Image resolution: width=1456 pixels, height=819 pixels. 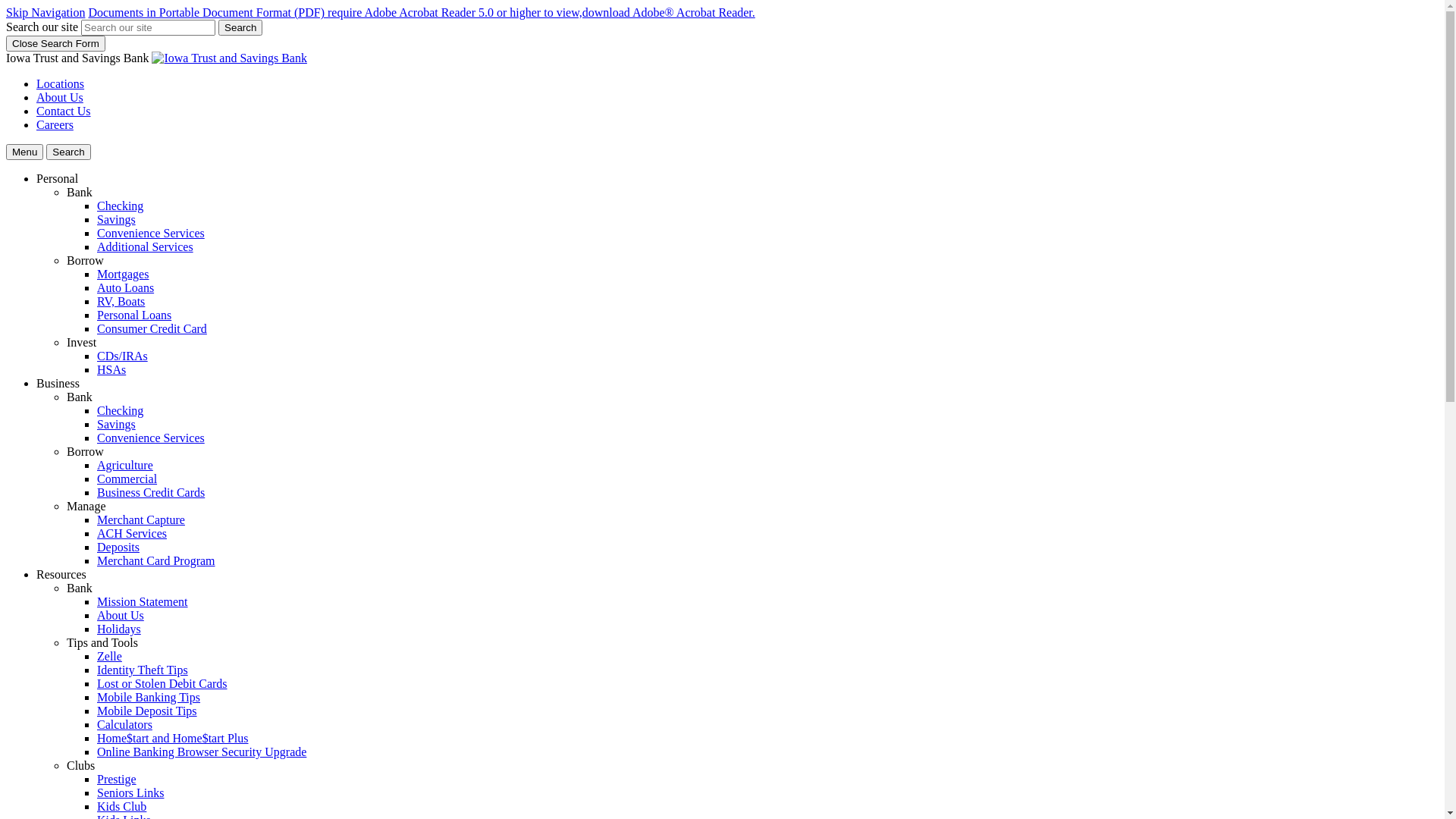 What do you see at coordinates (150, 492) in the screenshot?
I see `'Business Credit Cards'` at bounding box center [150, 492].